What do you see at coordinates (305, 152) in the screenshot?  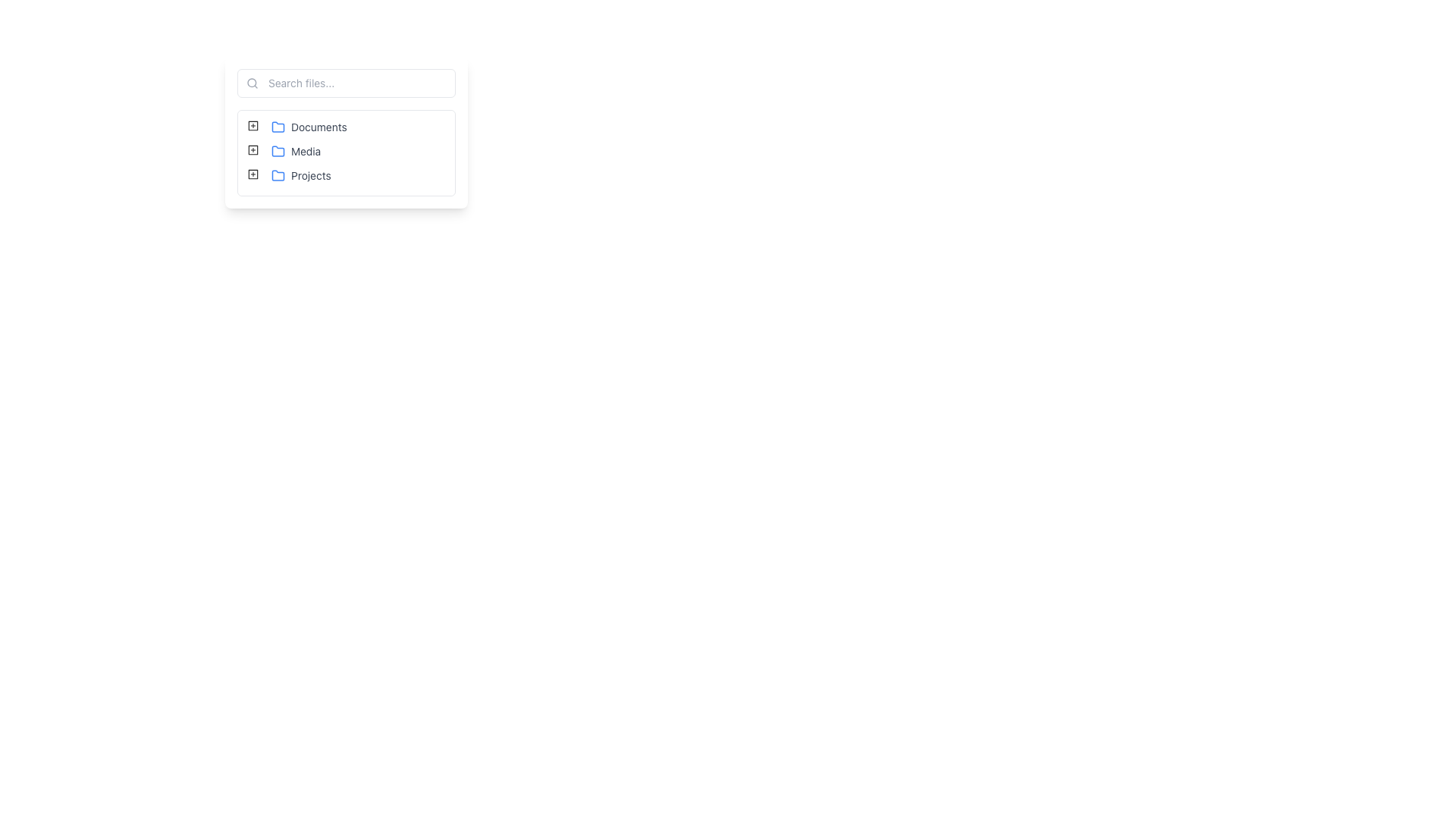 I see `the text label displaying 'Media', which is the second folder entry in the left-side panel of the application, located below the 'Documents' search bar and above 'Projects'` at bounding box center [305, 152].